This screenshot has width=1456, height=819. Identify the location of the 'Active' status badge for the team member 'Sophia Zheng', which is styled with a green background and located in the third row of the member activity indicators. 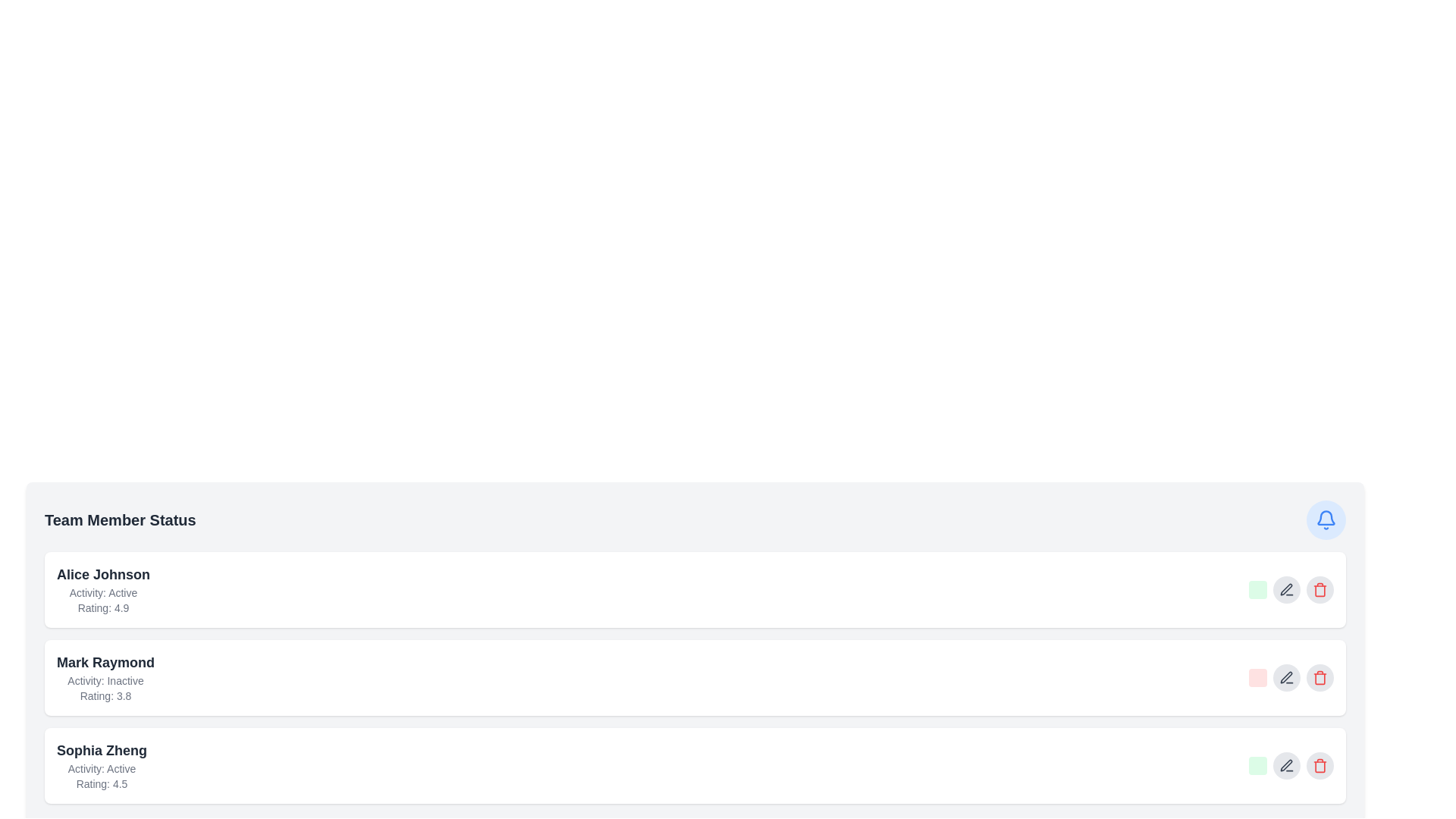
(1258, 766).